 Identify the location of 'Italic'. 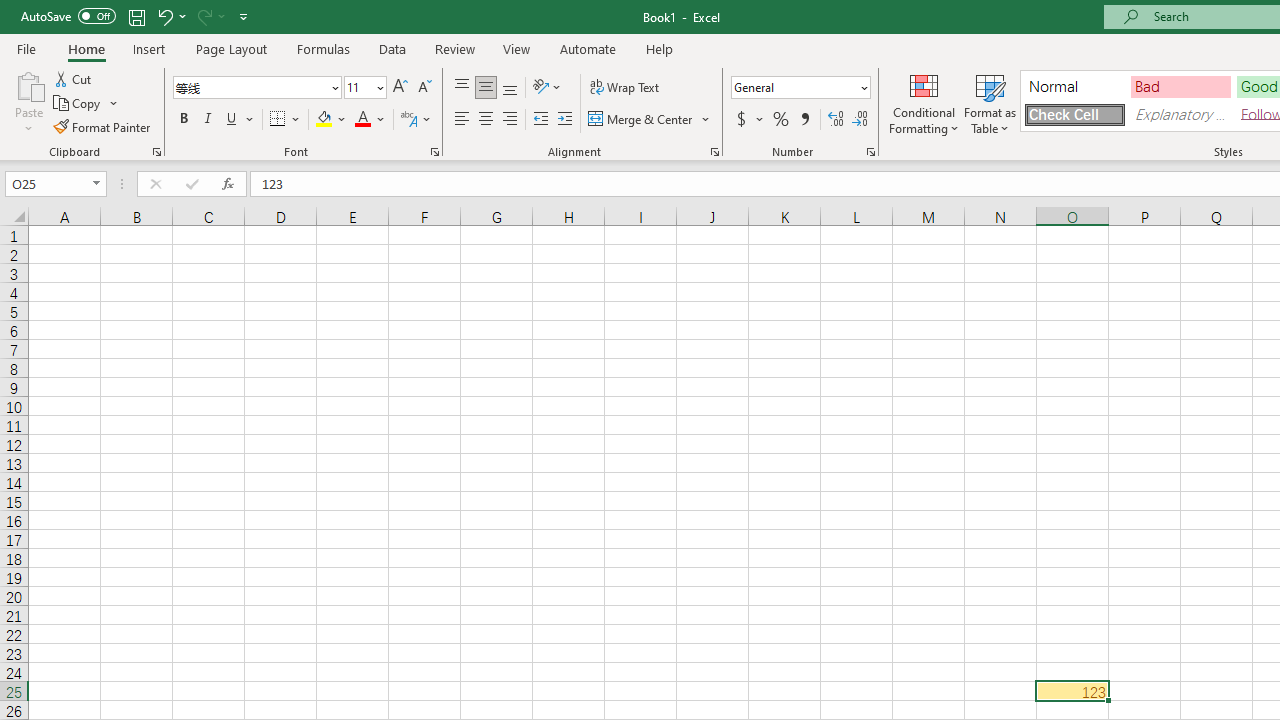
(208, 119).